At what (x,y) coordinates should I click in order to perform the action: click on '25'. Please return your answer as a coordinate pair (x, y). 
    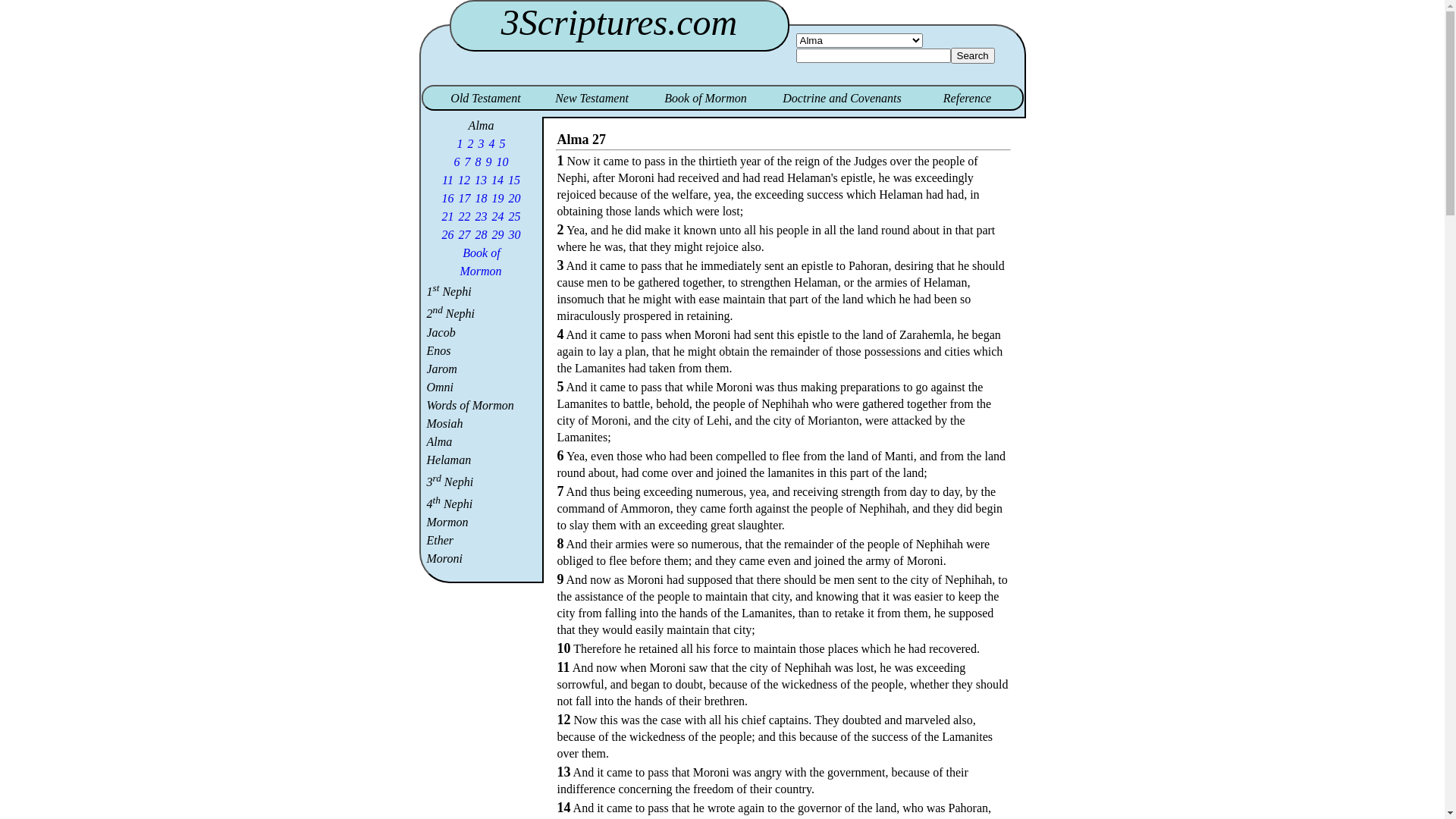
    Looking at the image, I should click on (514, 216).